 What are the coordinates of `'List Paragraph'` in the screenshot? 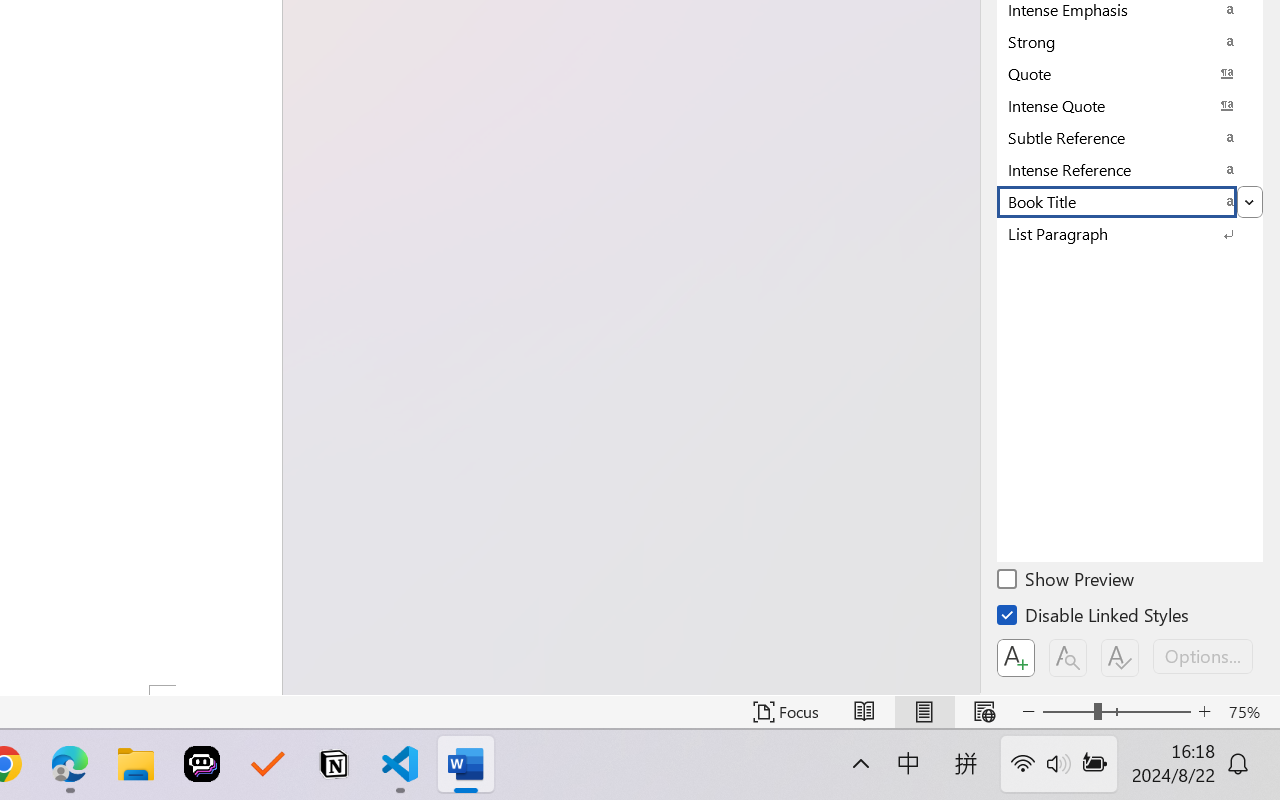 It's located at (1130, 233).